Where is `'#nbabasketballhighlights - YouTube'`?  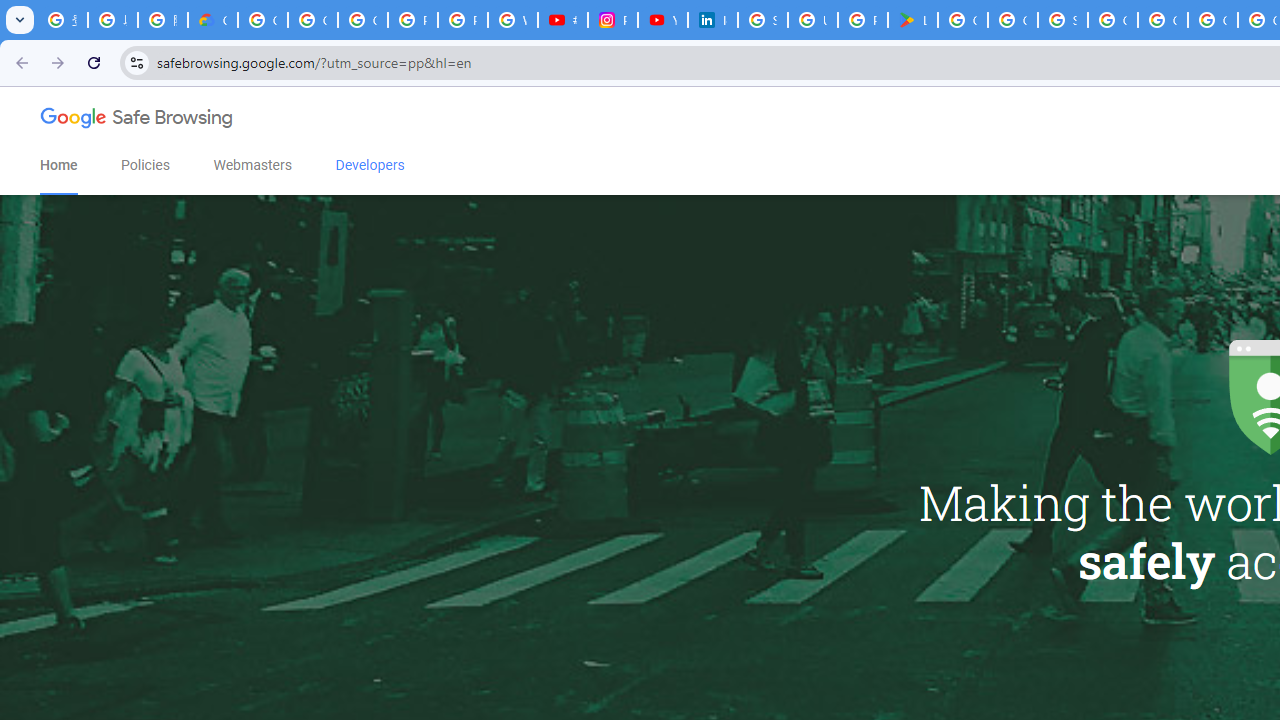 '#nbabasketballhighlights - YouTube' is located at coordinates (561, 20).